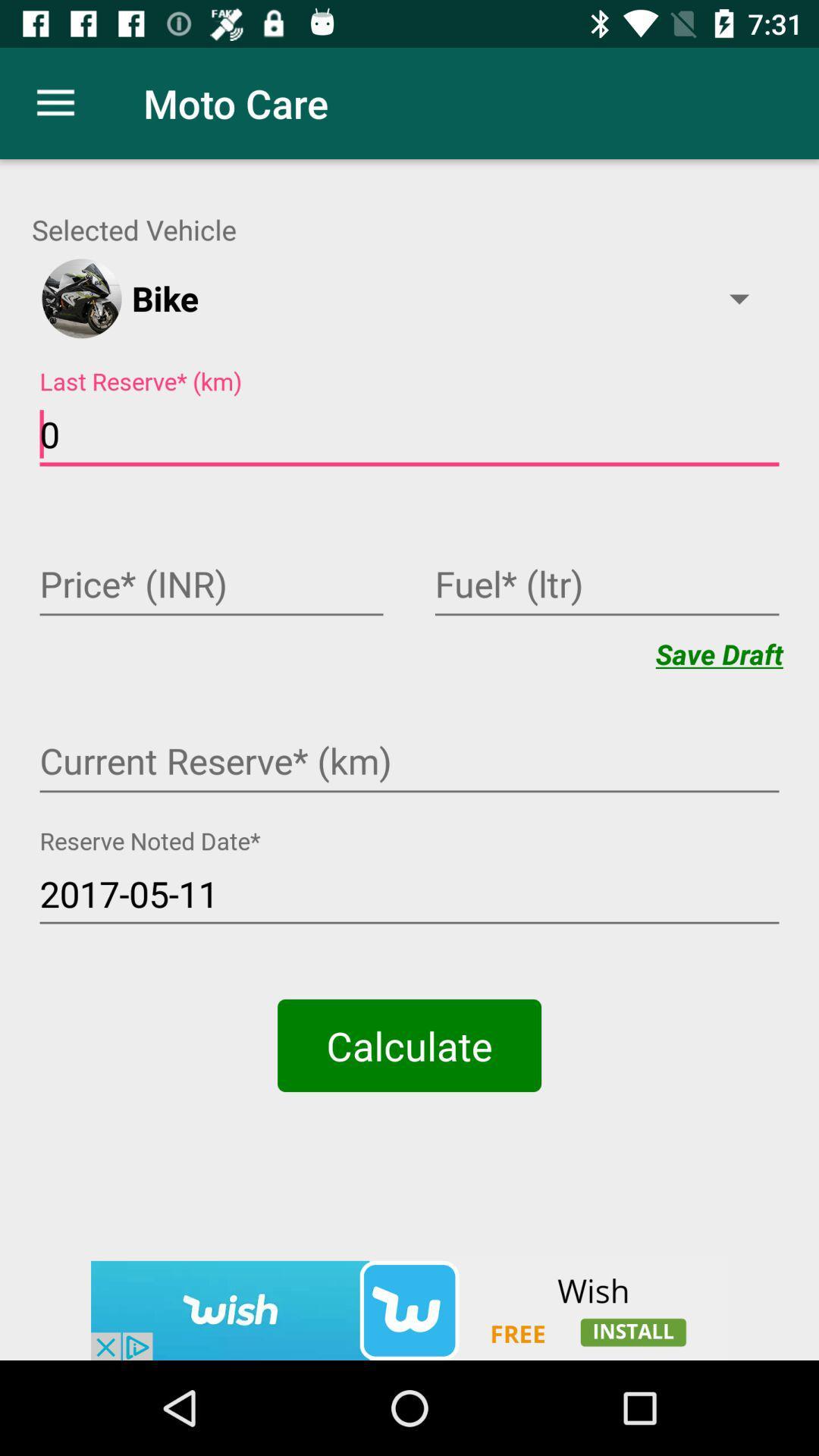  What do you see at coordinates (409, 763) in the screenshot?
I see `inform the current reserve` at bounding box center [409, 763].